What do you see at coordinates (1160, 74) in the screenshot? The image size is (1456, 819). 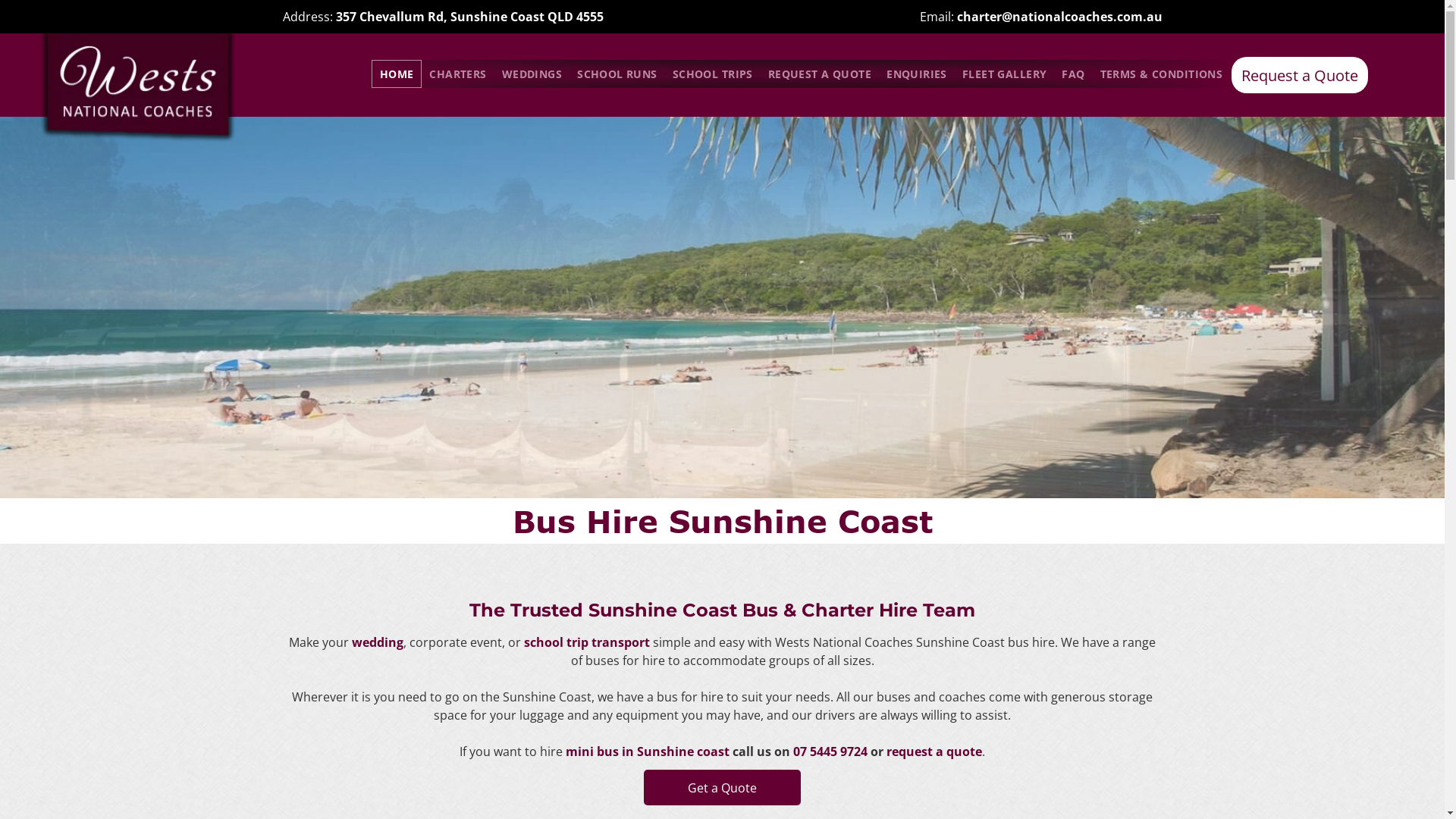 I see `'TERMS & CONDITIONS'` at bounding box center [1160, 74].